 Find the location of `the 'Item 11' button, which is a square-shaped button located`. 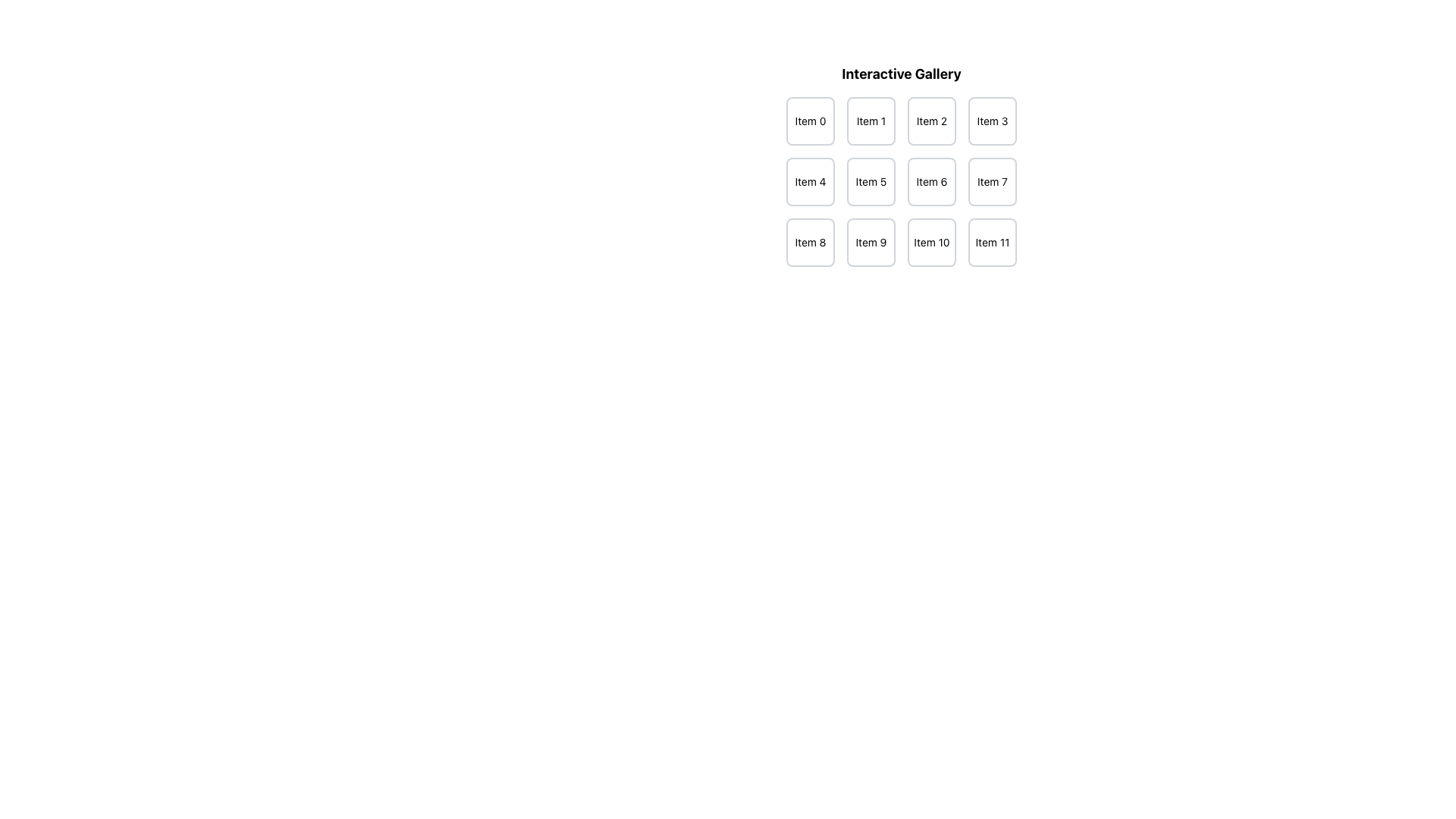

the 'Item 11' button, which is a square-shaped button located is located at coordinates (993, 242).